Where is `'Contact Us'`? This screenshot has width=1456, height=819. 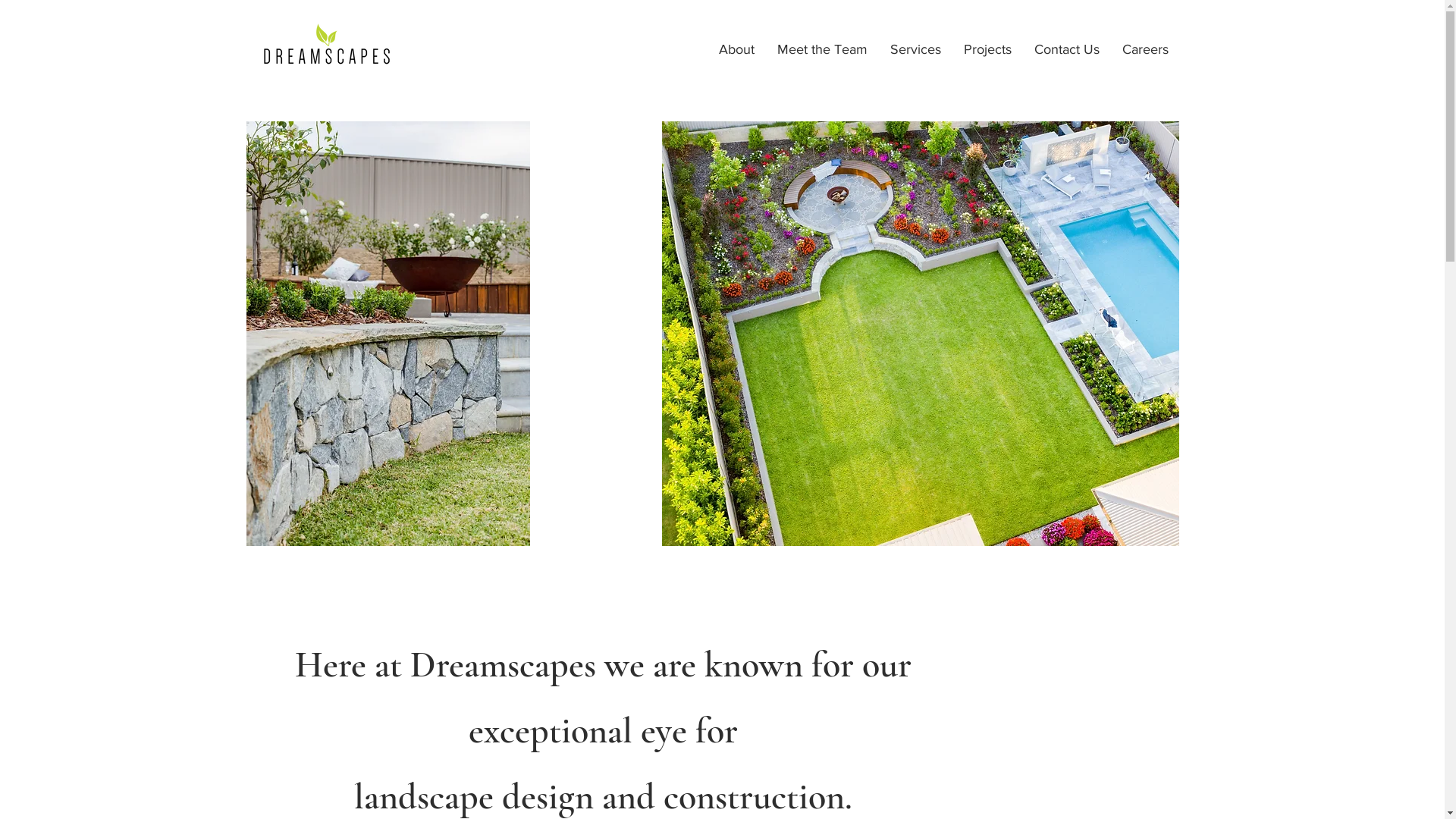
'Contact Us' is located at coordinates (1065, 49).